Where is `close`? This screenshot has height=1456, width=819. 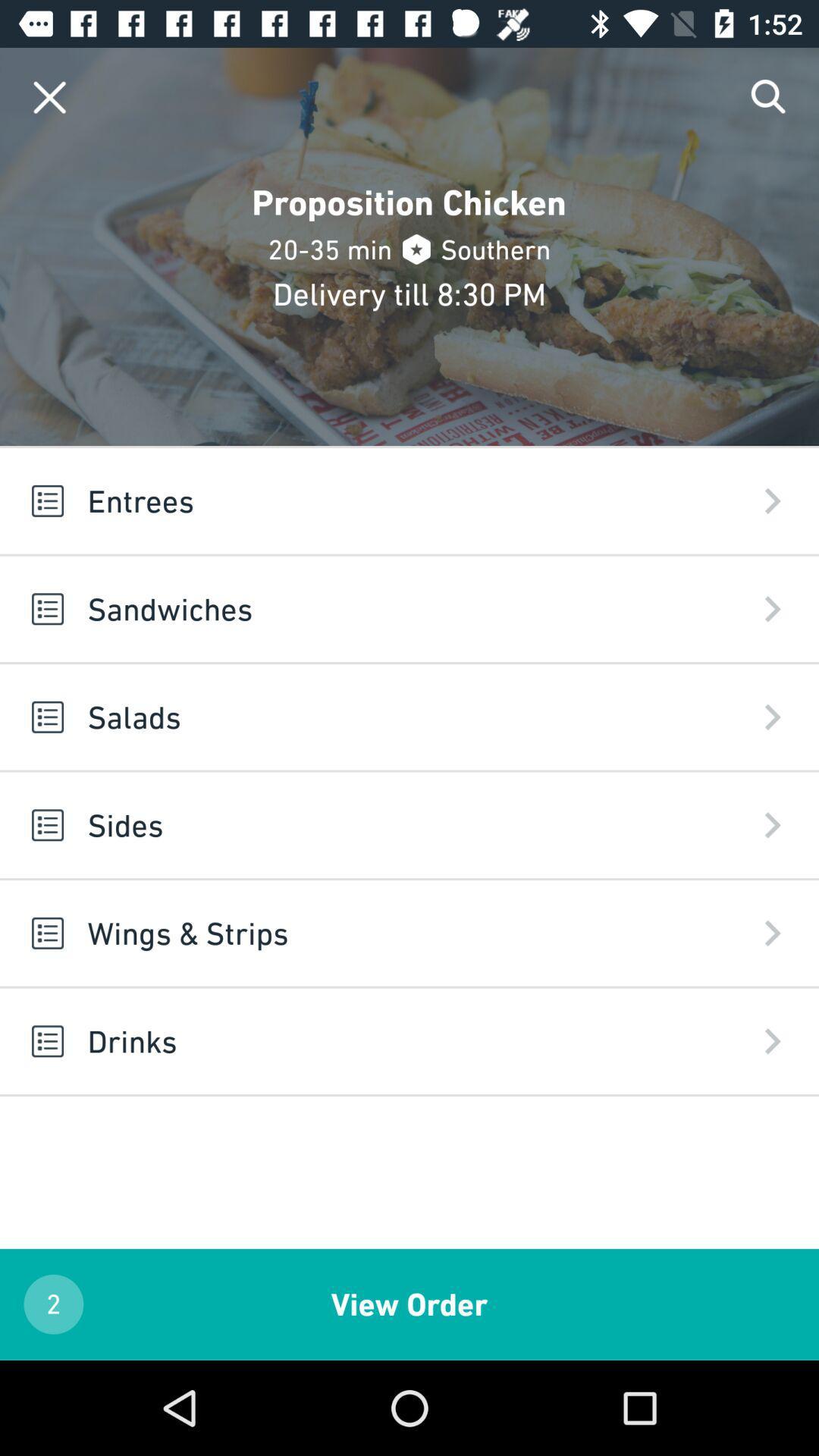 close is located at coordinates (49, 96).